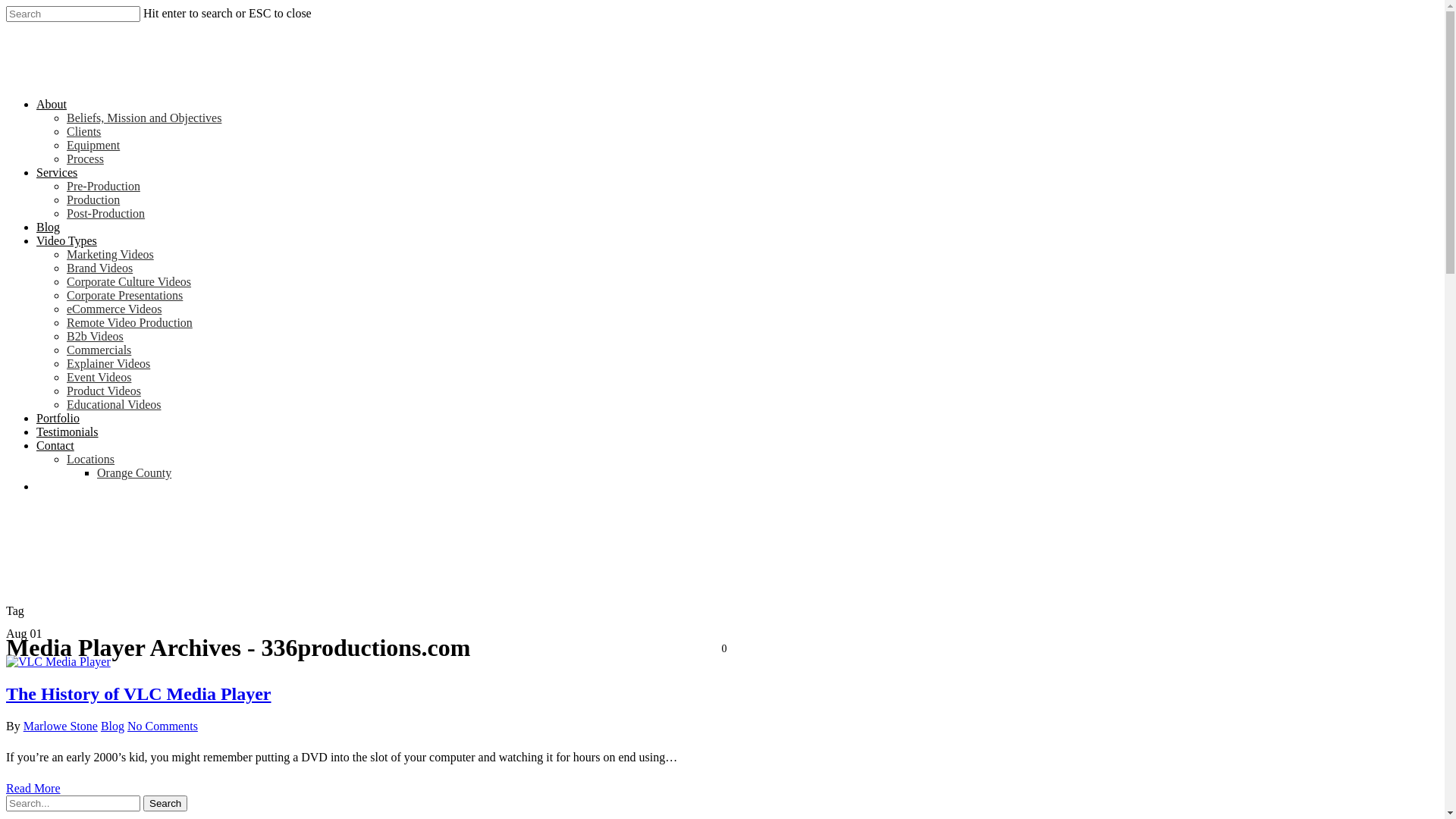 Image resolution: width=1456 pixels, height=819 pixels. I want to click on 'B2b Videos', so click(94, 335).